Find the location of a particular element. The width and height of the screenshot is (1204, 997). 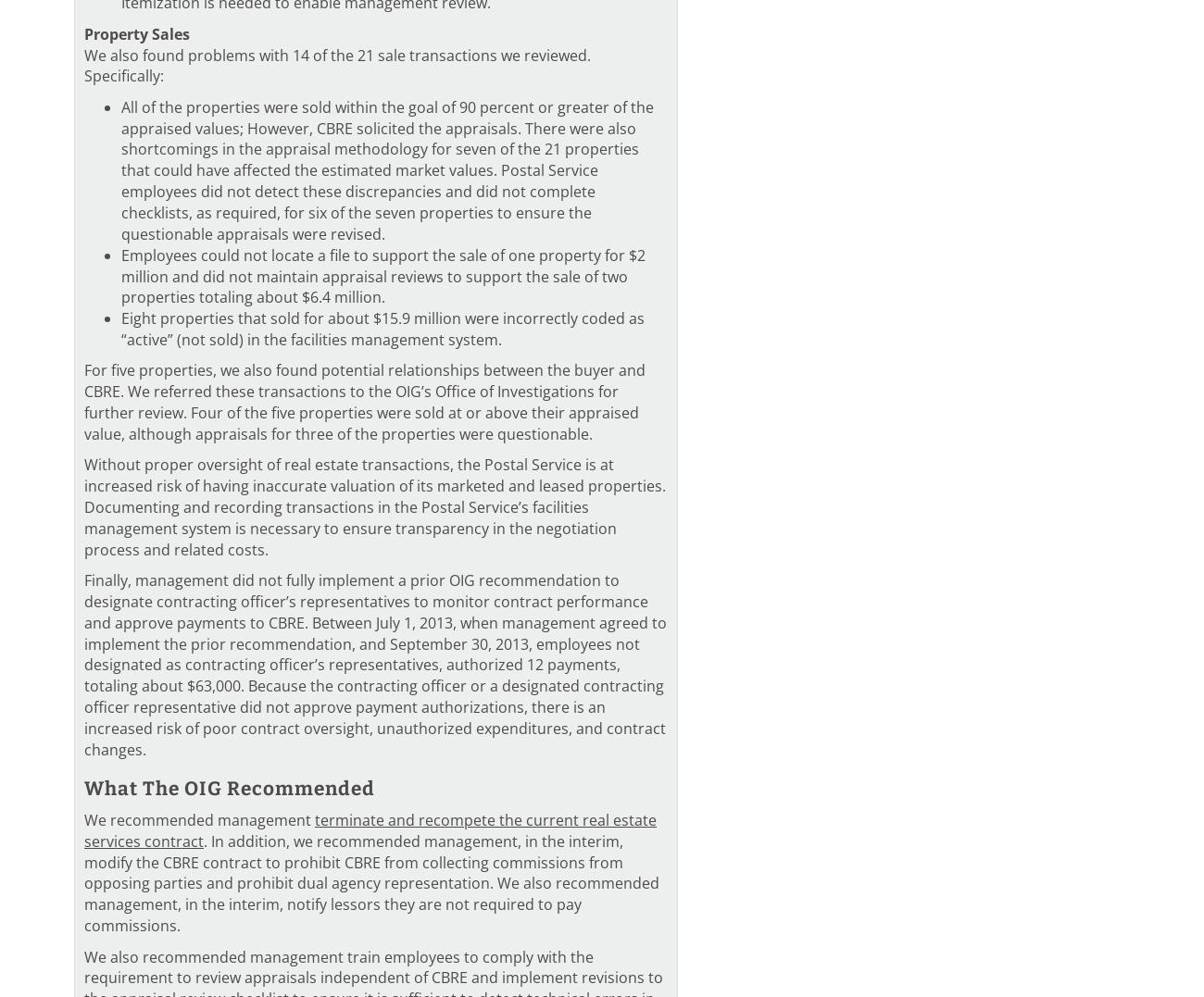

'Property Sales' is located at coordinates (135, 31).